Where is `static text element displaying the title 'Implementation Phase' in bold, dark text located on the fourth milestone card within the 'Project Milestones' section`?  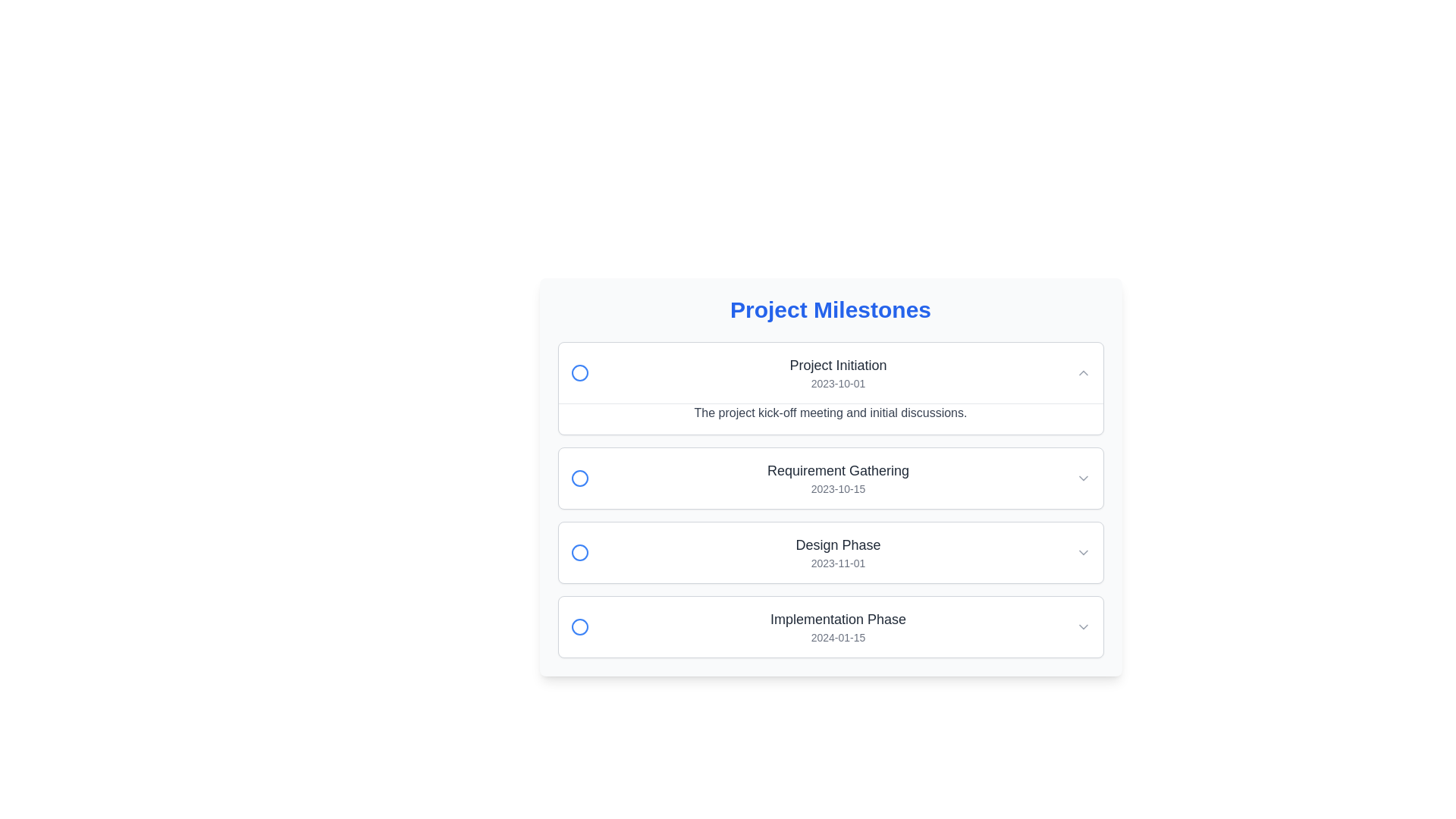 static text element displaying the title 'Implementation Phase' in bold, dark text located on the fourth milestone card within the 'Project Milestones' section is located at coordinates (837, 620).